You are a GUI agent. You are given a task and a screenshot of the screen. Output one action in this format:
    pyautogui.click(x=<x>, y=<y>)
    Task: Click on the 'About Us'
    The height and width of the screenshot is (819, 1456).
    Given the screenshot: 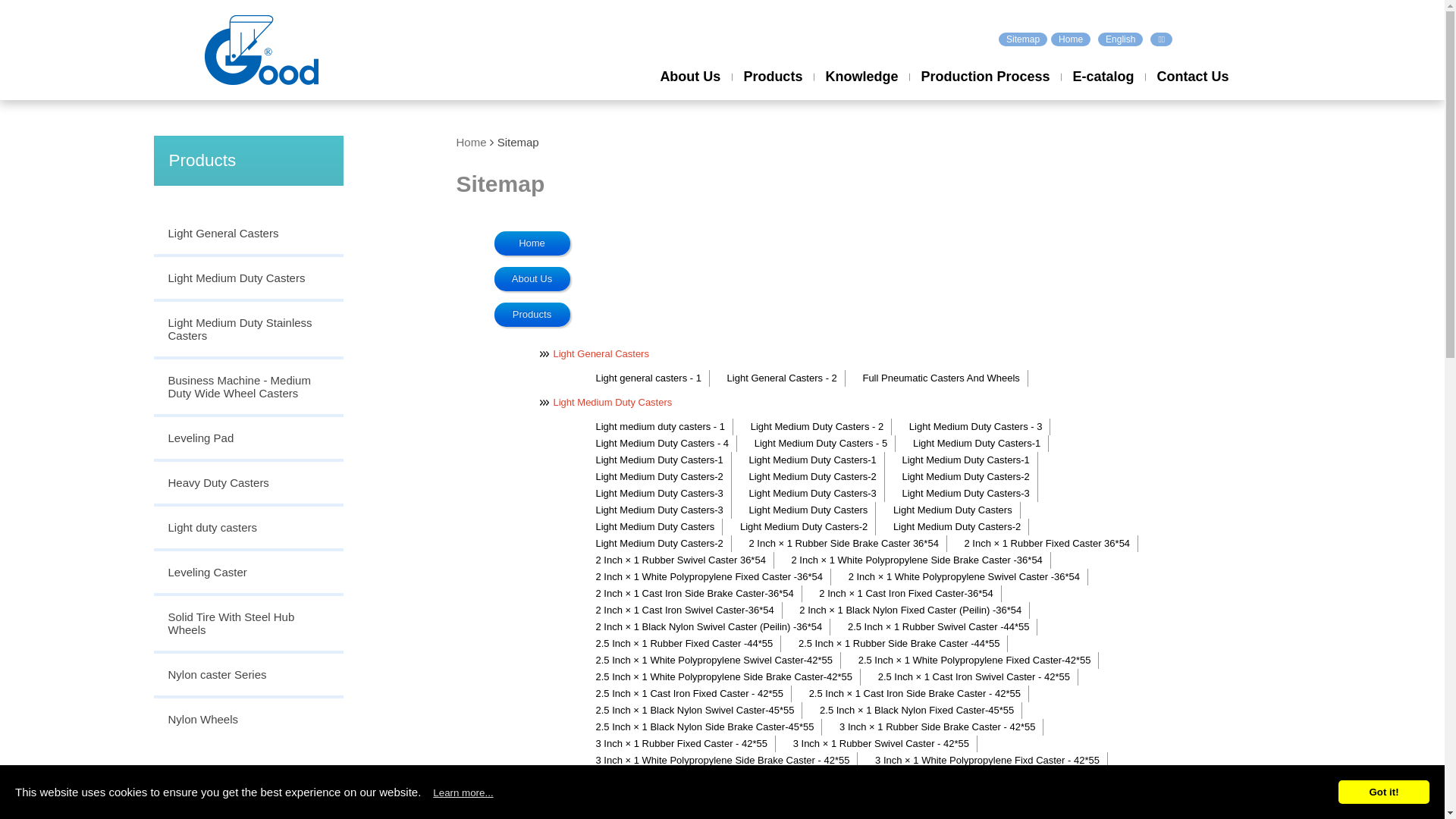 What is the action you would take?
    pyautogui.click(x=648, y=90)
    